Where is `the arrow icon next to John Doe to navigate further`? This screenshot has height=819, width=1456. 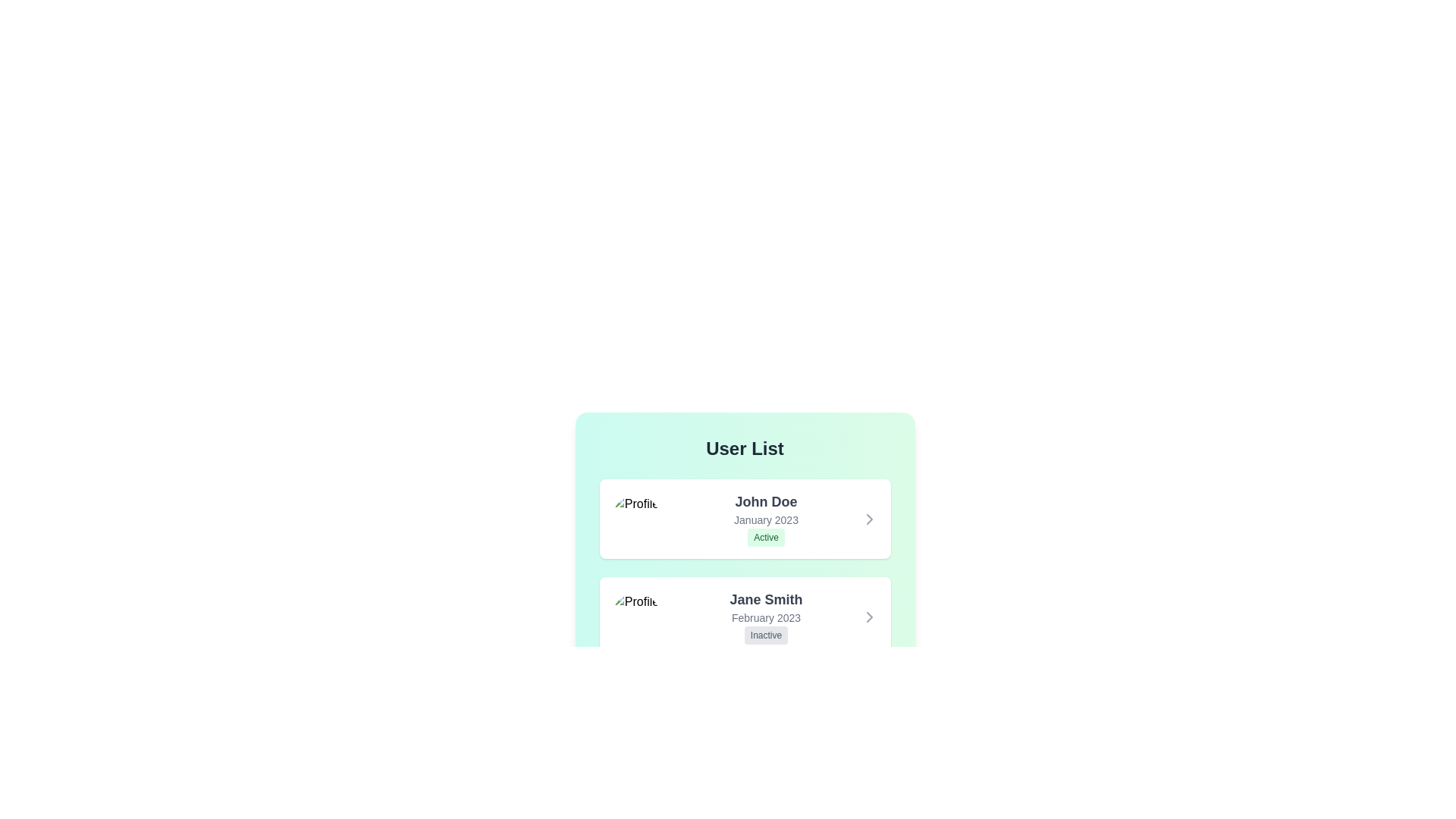
the arrow icon next to John Doe to navigate further is located at coordinates (869, 518).